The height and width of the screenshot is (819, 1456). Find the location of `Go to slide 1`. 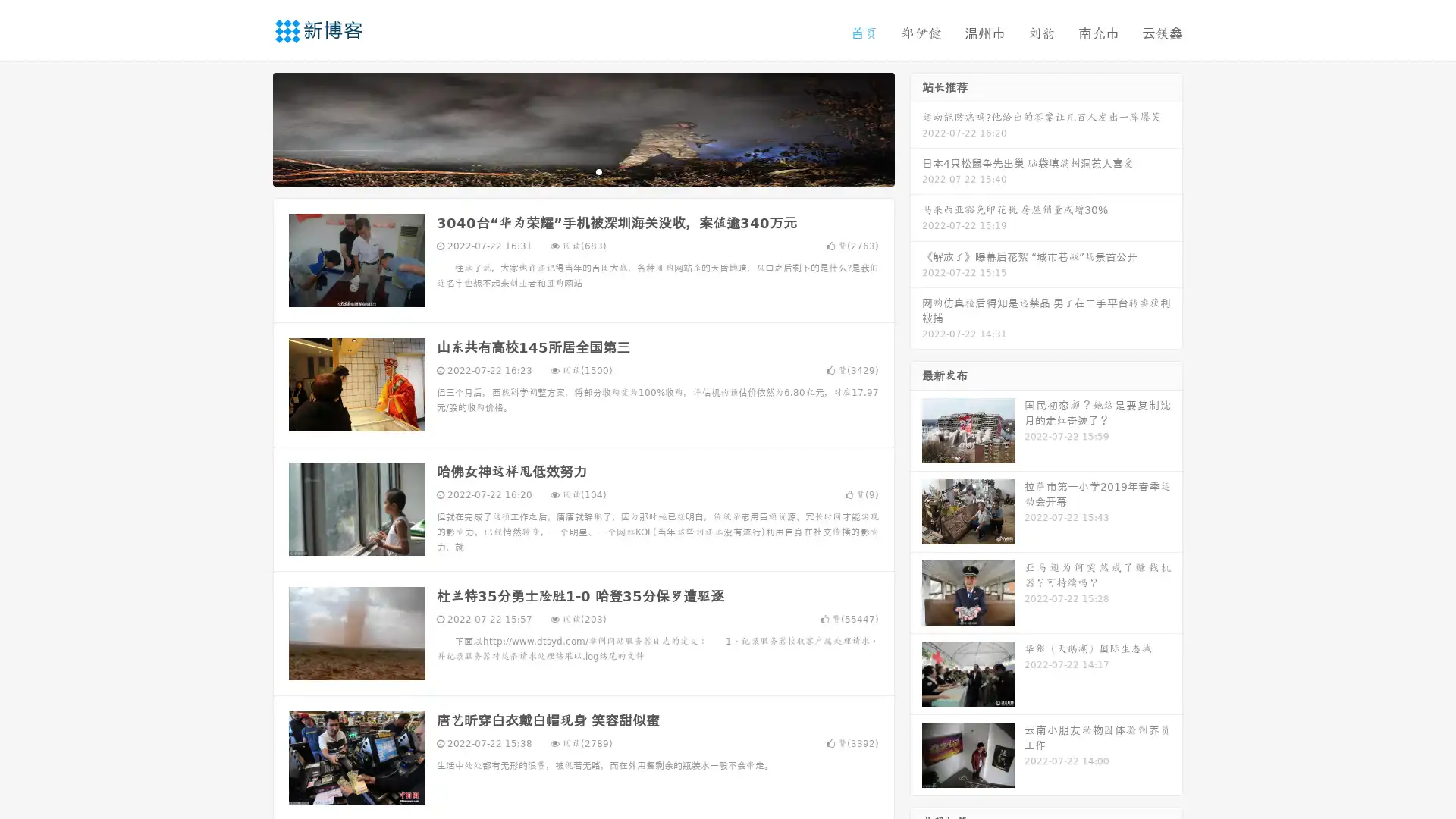

Go to slide 1 is located at coordinates (567, 171).